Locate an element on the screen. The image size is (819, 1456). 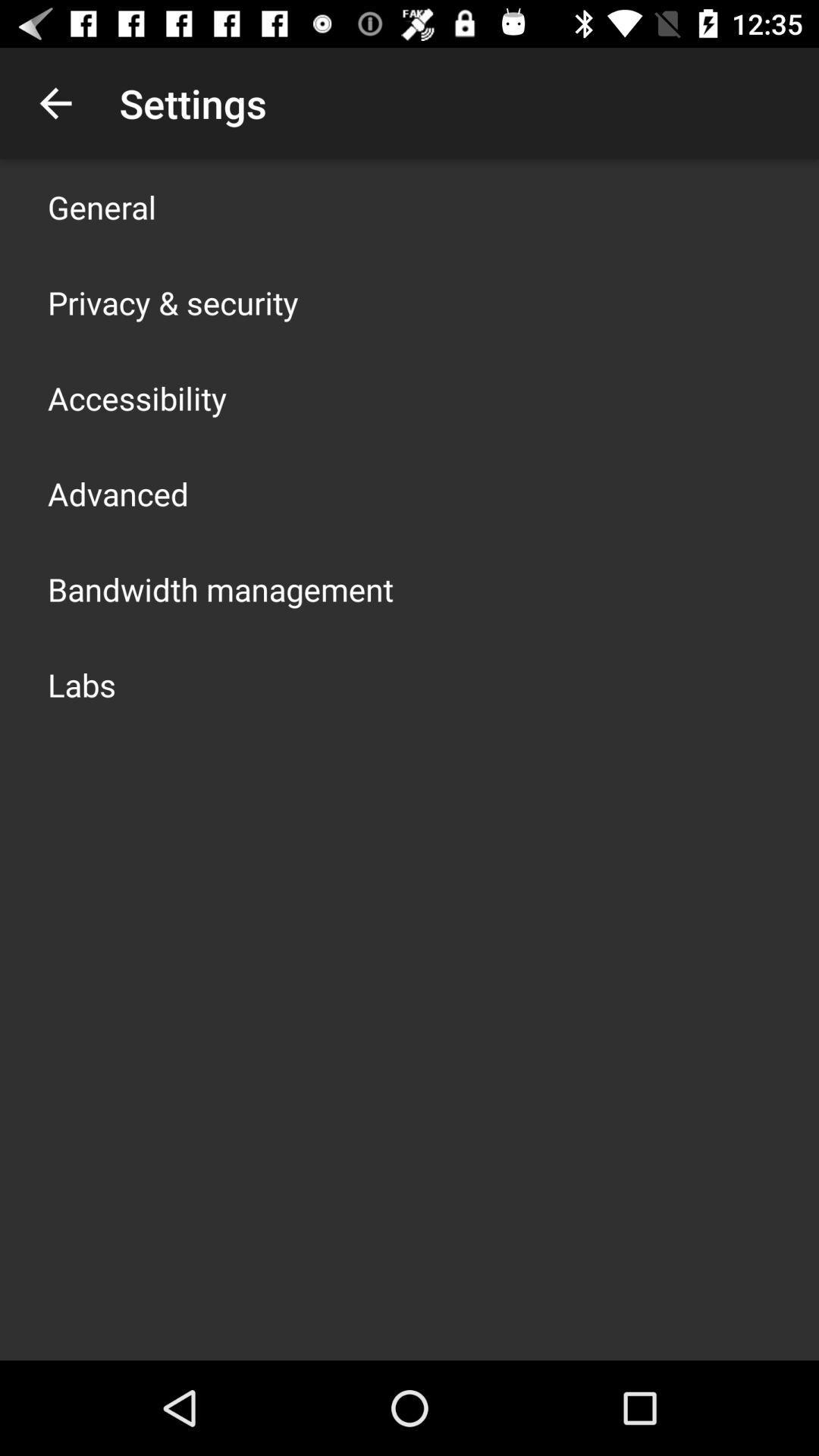
the item above the advanced item is located at coordinates (137, 397).